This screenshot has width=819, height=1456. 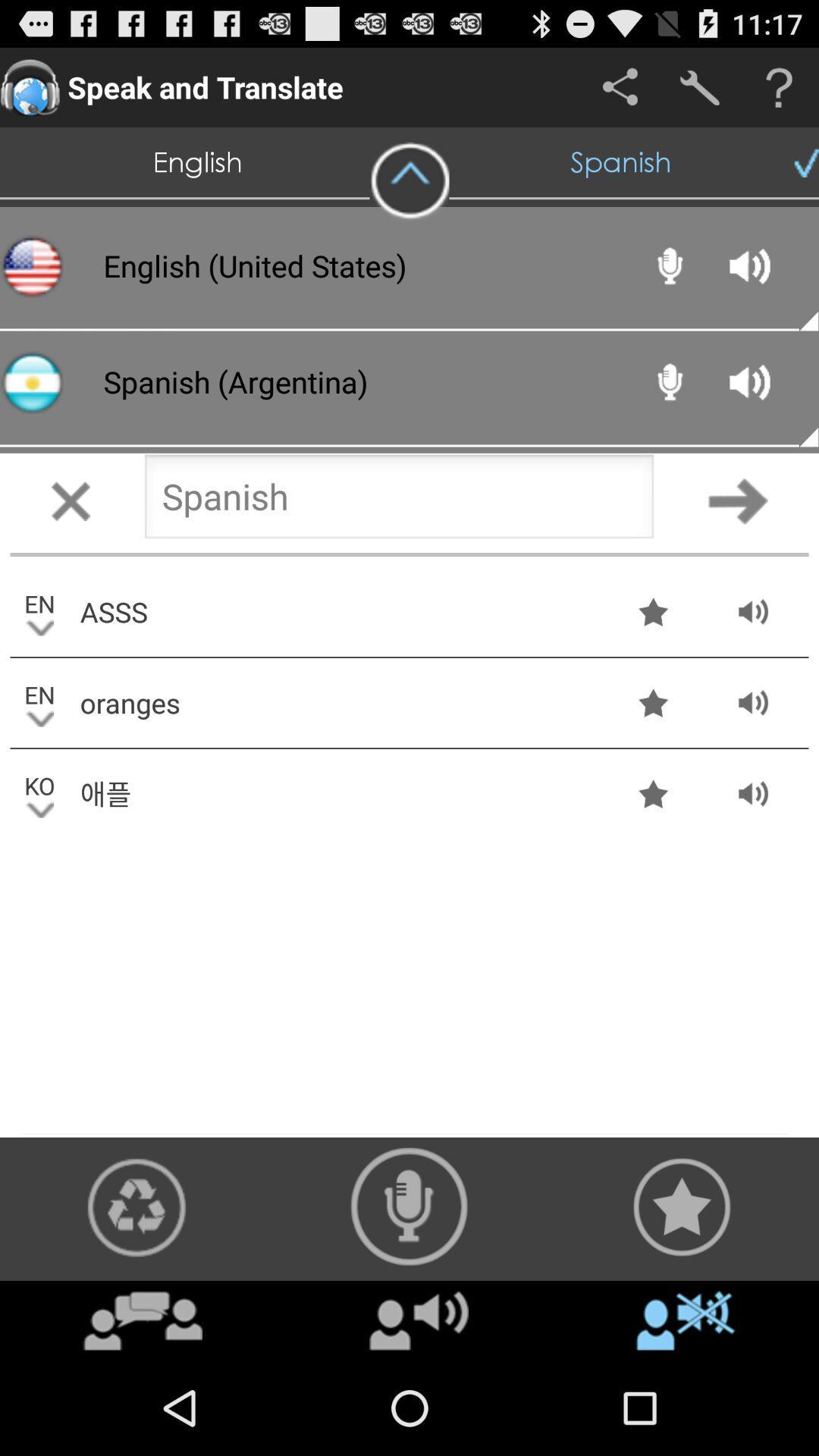 What do you see at coordinates (779, 86) in the screenshot?
I see `find more information` at bounding box center [779, 86].